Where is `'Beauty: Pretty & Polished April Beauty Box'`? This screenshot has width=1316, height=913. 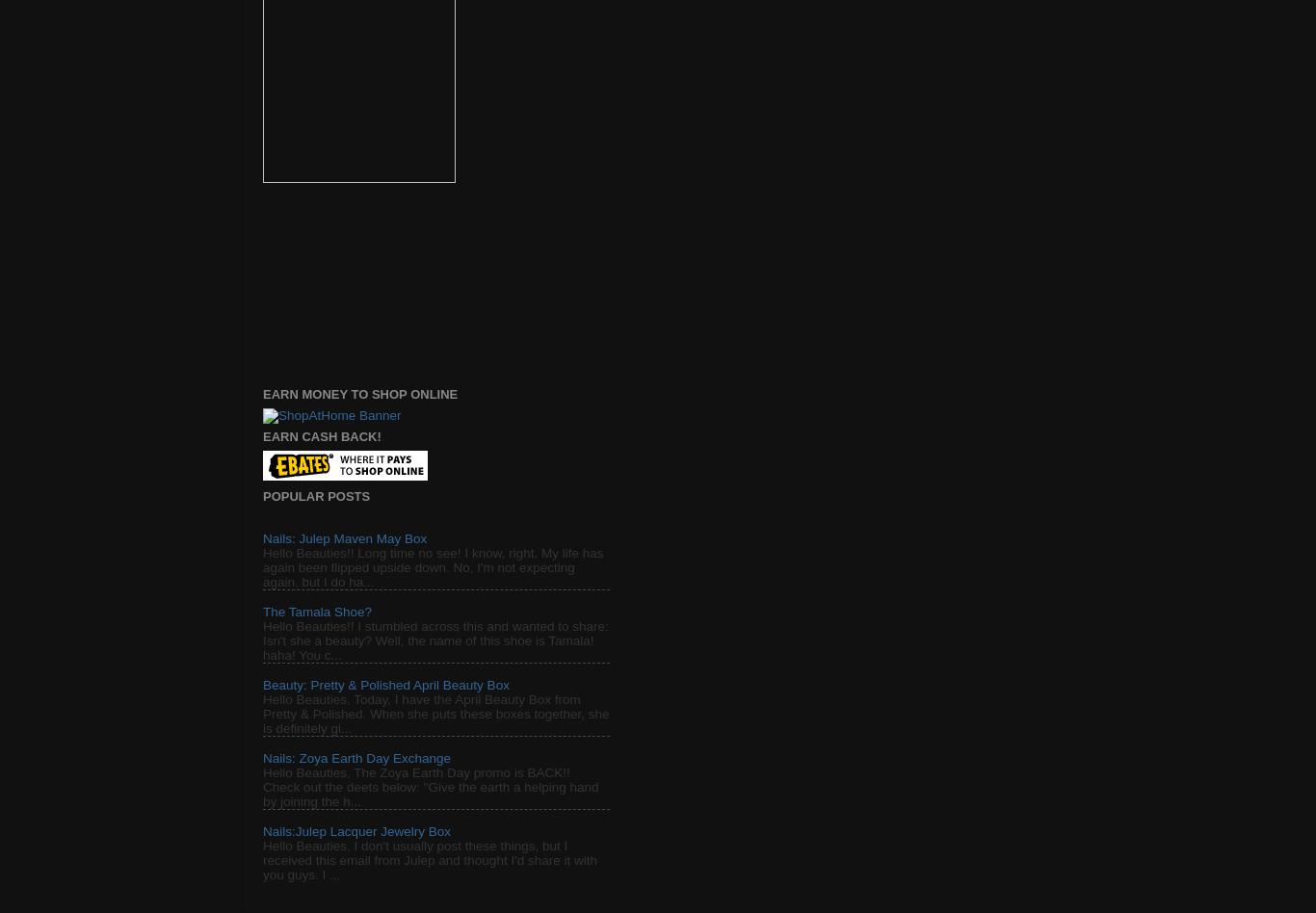
'Beauty: Pretty & Polished April Beauty Box' is located at coordinates (384, 683).